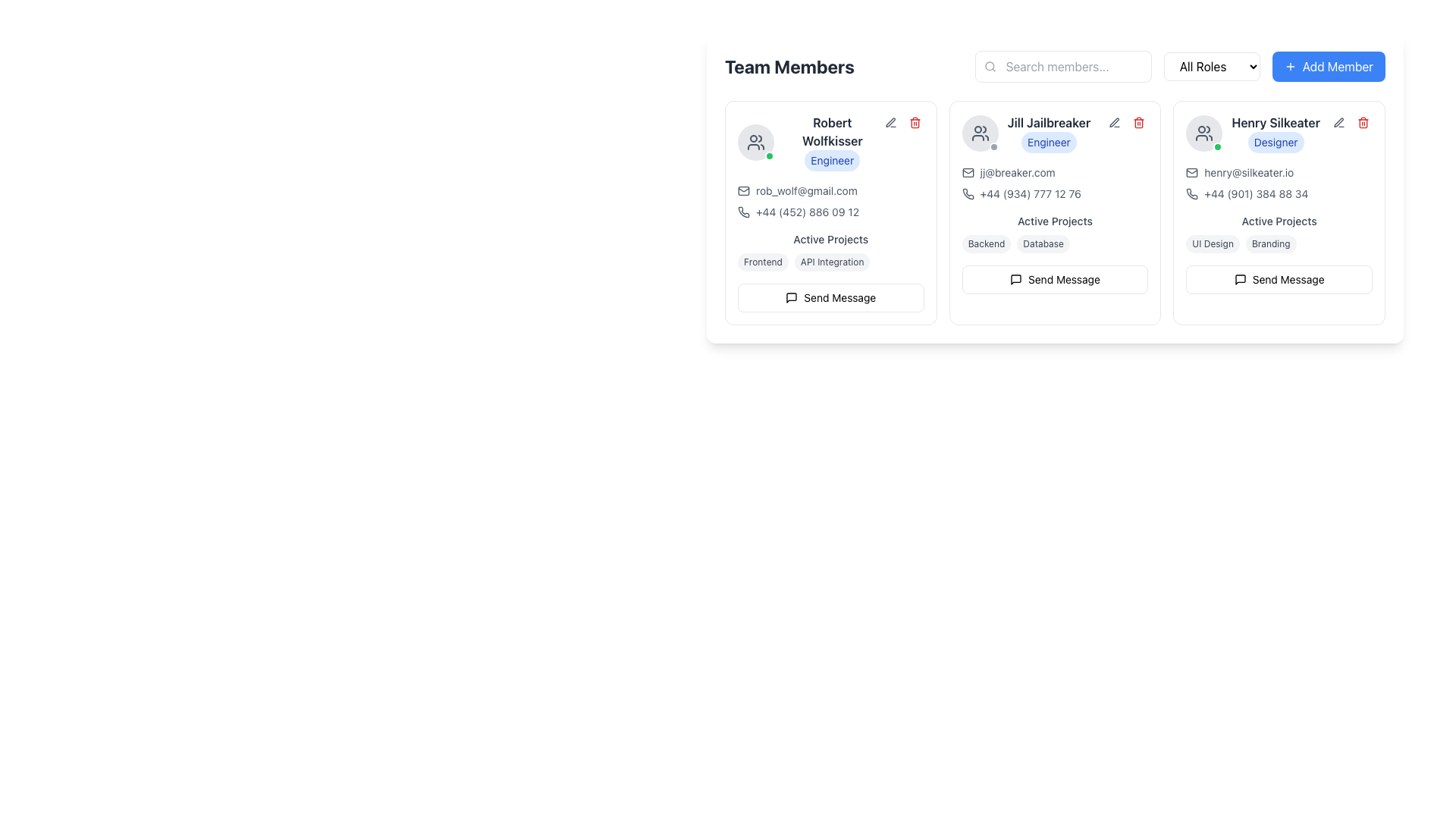 The height and width of the screenshot is (819, 1456). I want to click on the small, stylized phone icon located in the 'Team Members' section for 'Jill Jailbreaker', positioned below the email address and adjacent to the phone number, so click(967, 193).